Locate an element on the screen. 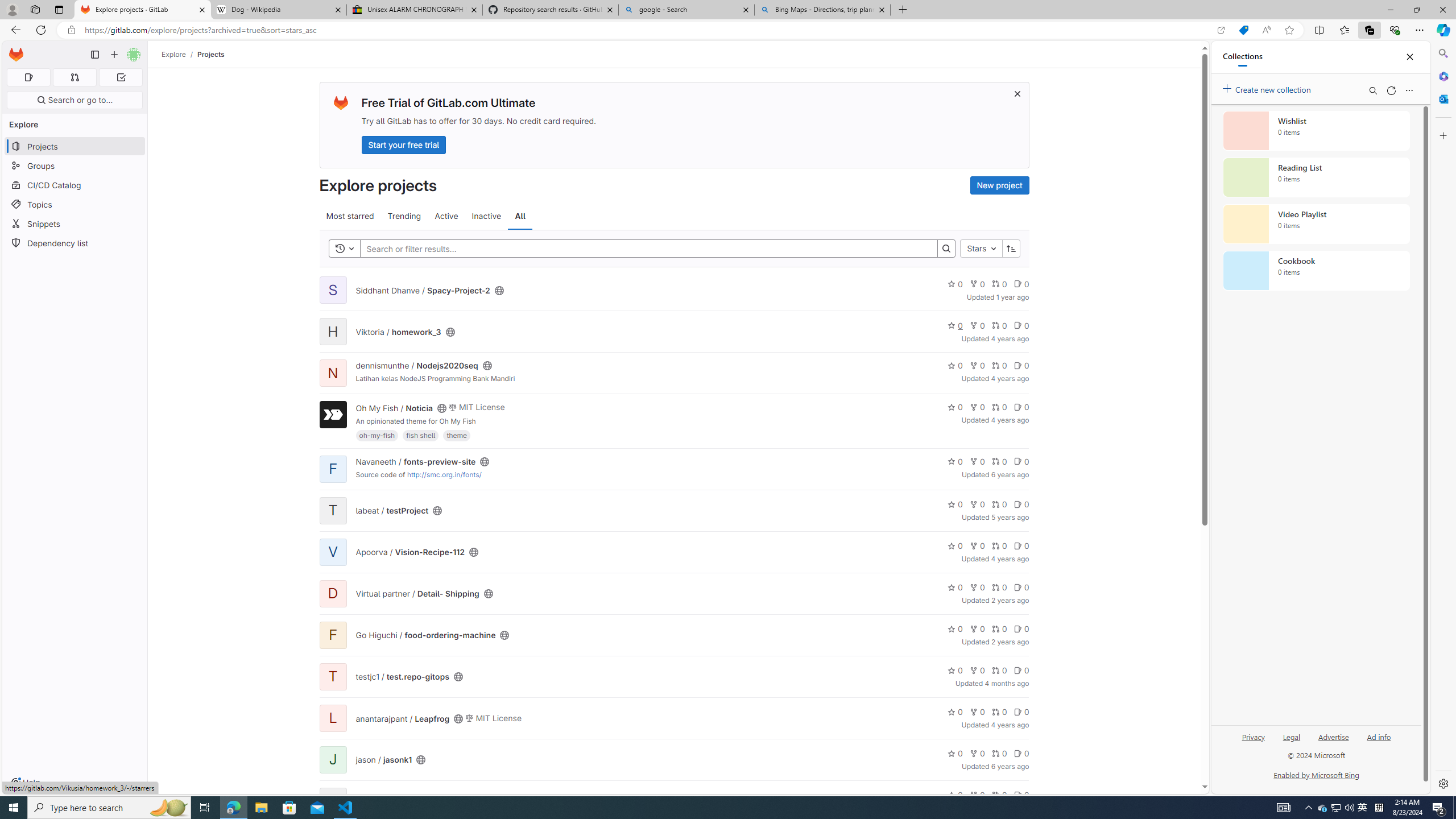 This screenshot has height=819, width=1456. 'Advertise' is located at coordinates (1333, 741).